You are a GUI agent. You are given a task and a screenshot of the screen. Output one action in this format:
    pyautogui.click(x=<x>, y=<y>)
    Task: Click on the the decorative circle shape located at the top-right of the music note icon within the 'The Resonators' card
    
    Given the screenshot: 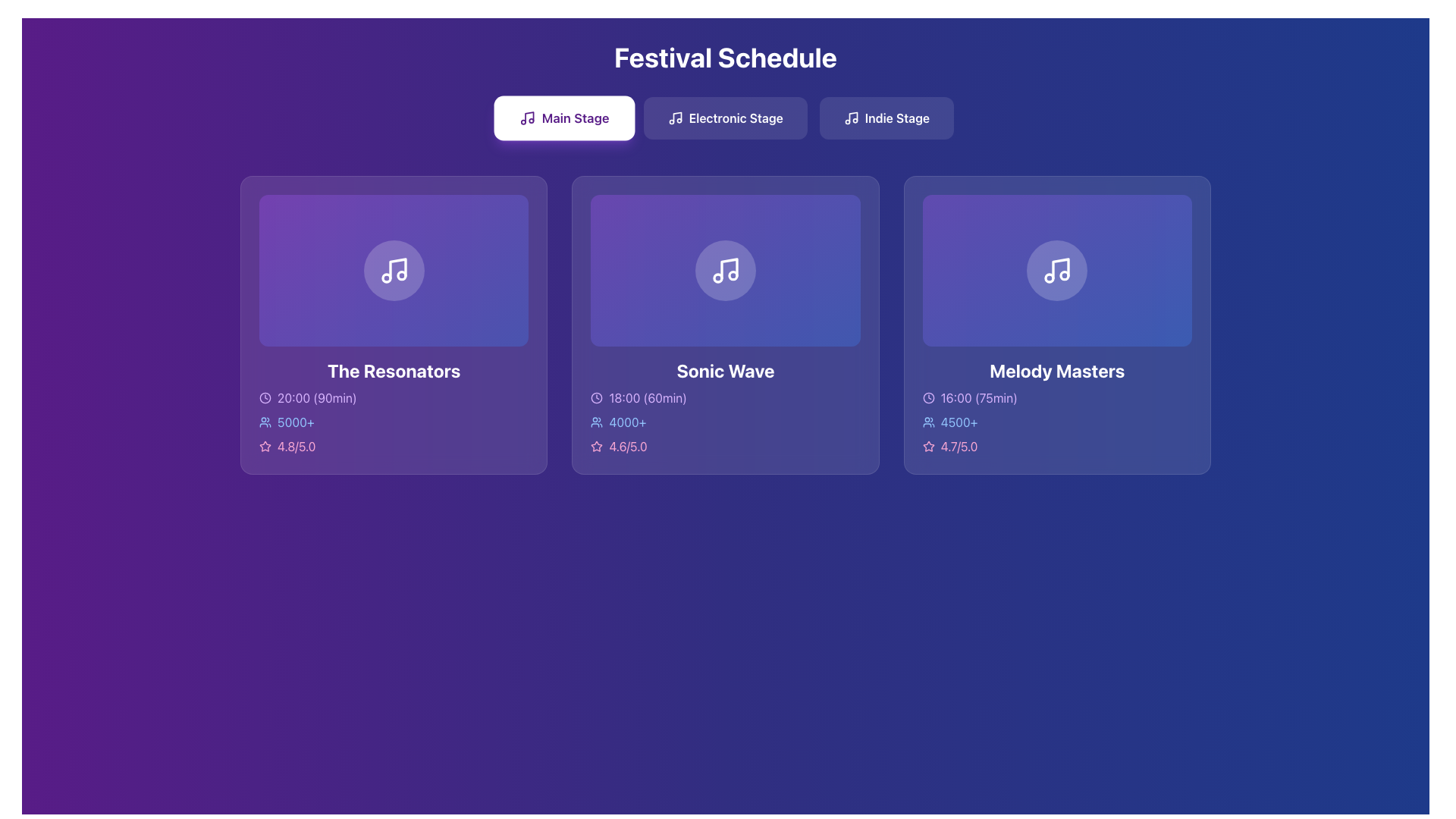 What is the action you would take?
    pyautogui.click(x=401, y=275)
    